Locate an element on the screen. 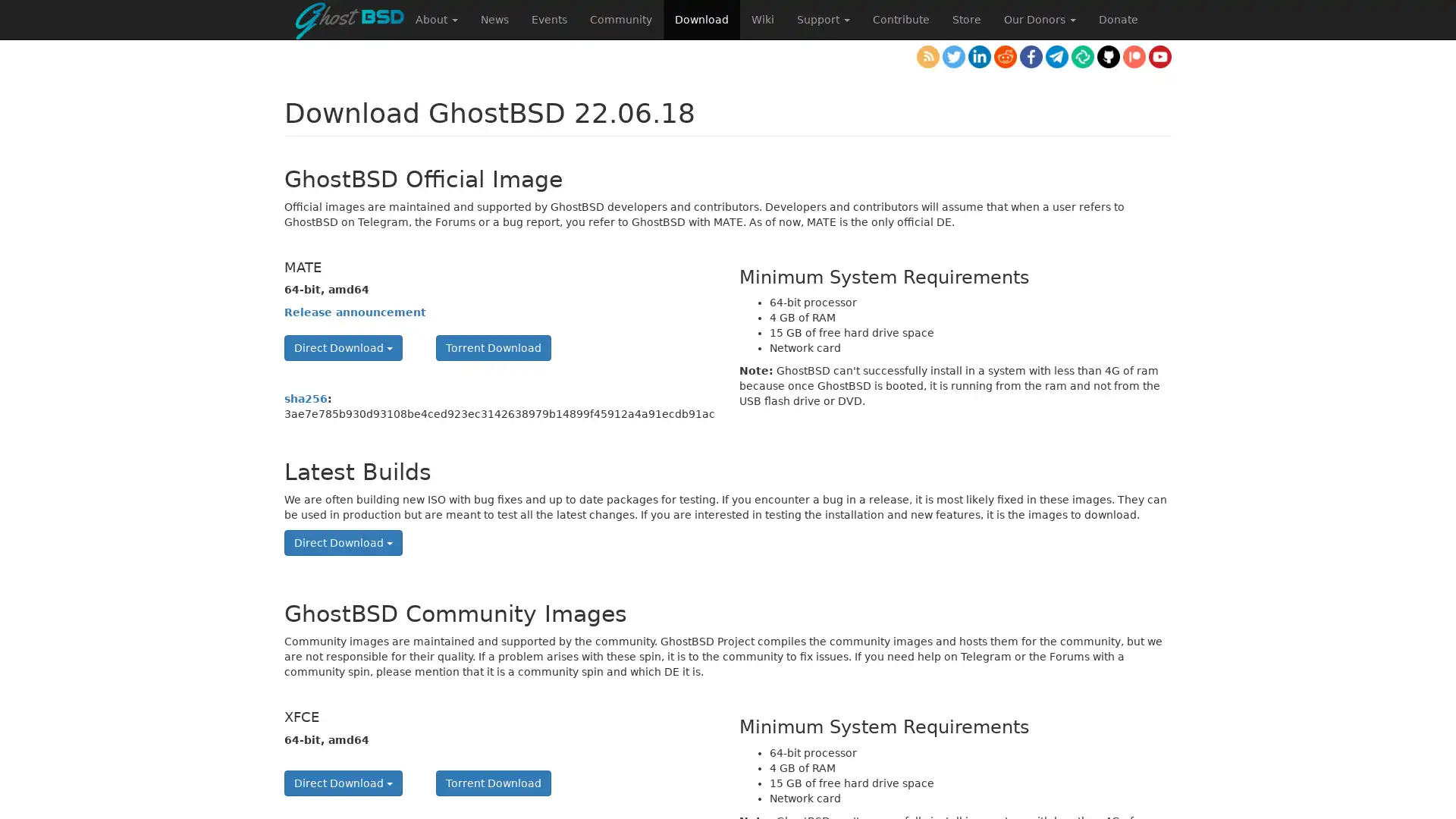 The width and height of the screenshot is (1456, 819). Direct Download is located at coordinates (342, 542).